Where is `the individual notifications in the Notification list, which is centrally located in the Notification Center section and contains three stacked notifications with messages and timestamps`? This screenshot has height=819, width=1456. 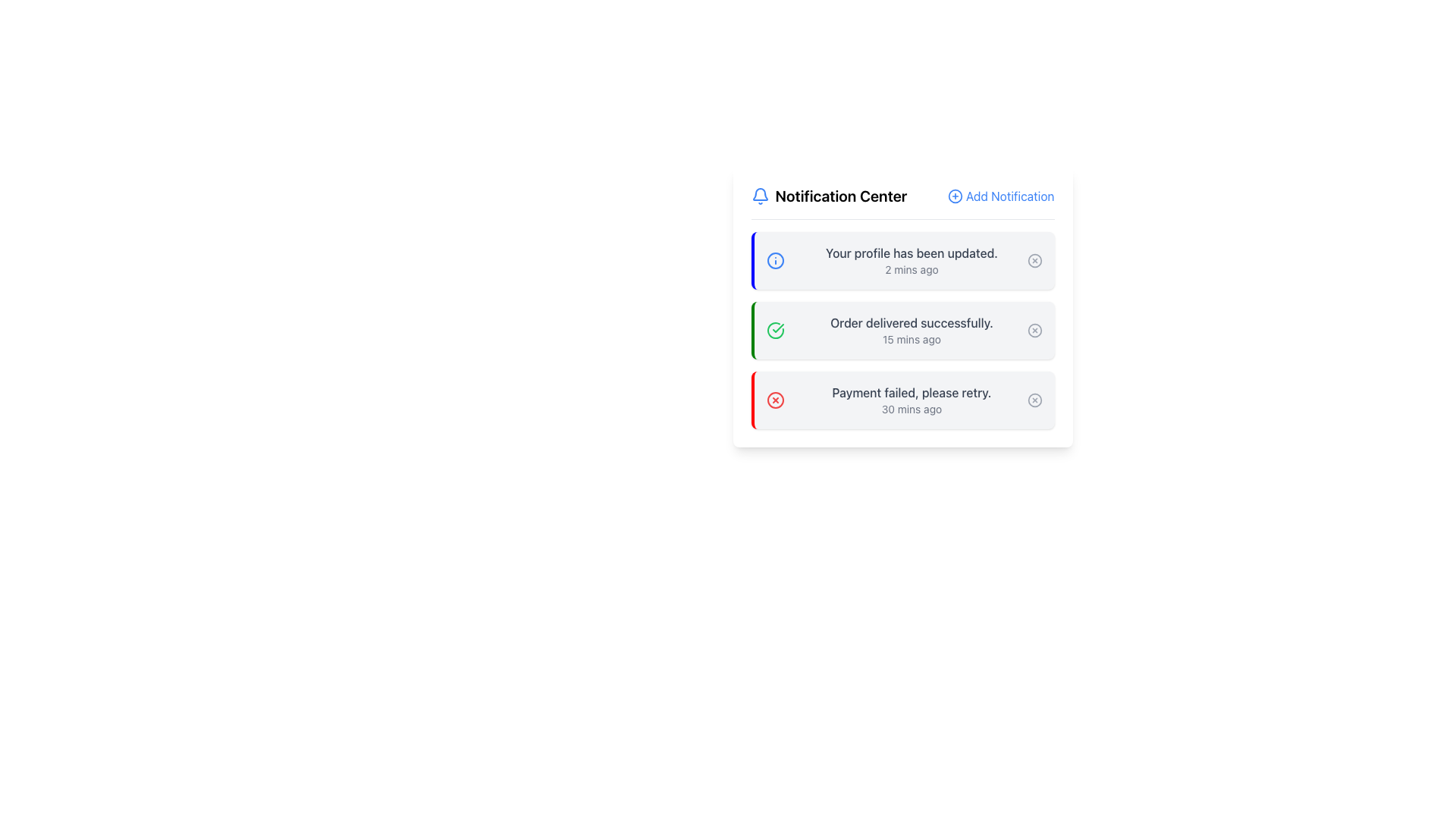 the individual notifications in the Notification list, which is centrally located in the Notification Center section and contains three stacked notifications with messages and timestamps is located at coordinates (902, 329).